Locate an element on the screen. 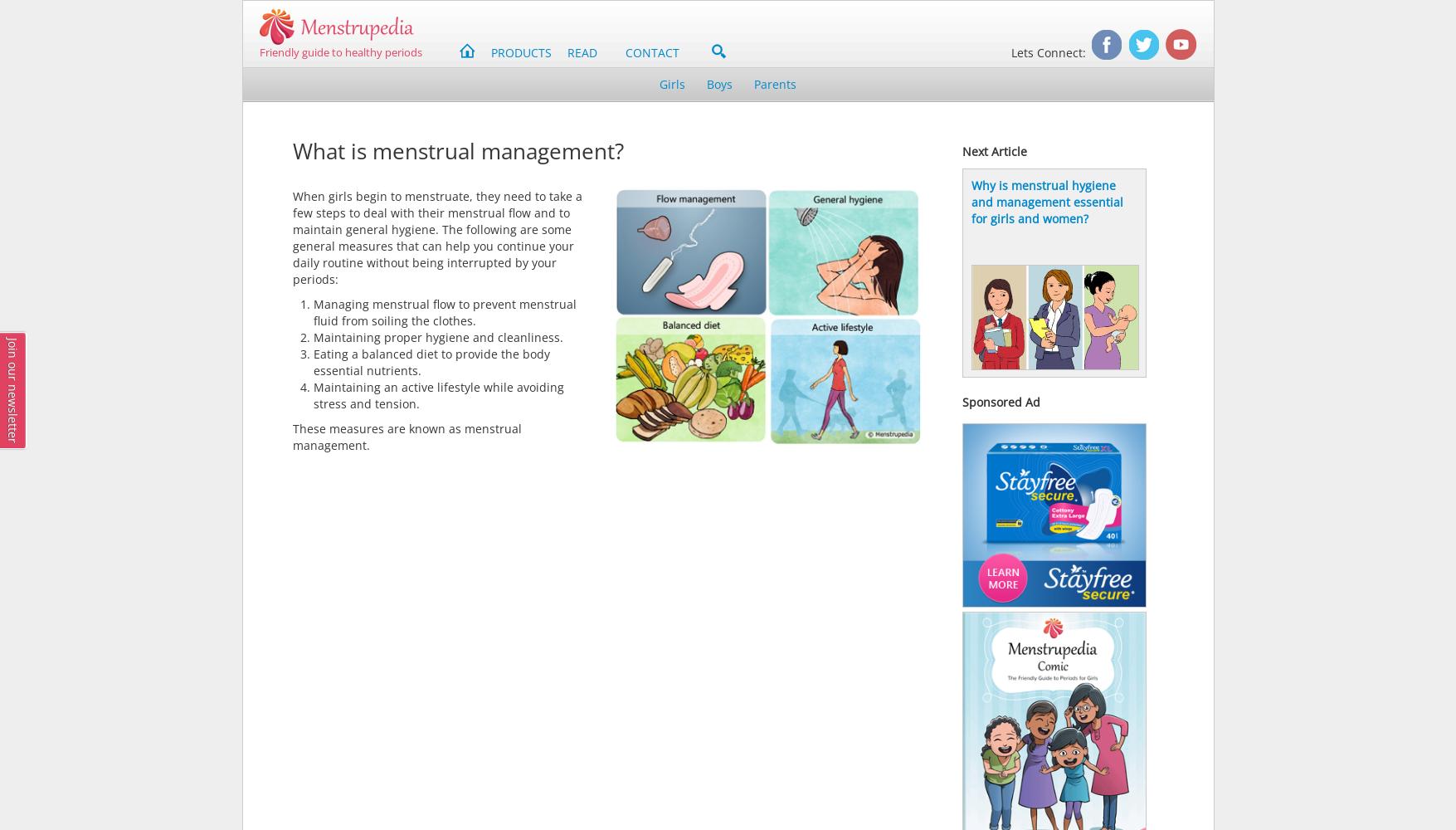 This screenshot has height=830, width=1456. 'READ' is located at coordinates (580, 51).